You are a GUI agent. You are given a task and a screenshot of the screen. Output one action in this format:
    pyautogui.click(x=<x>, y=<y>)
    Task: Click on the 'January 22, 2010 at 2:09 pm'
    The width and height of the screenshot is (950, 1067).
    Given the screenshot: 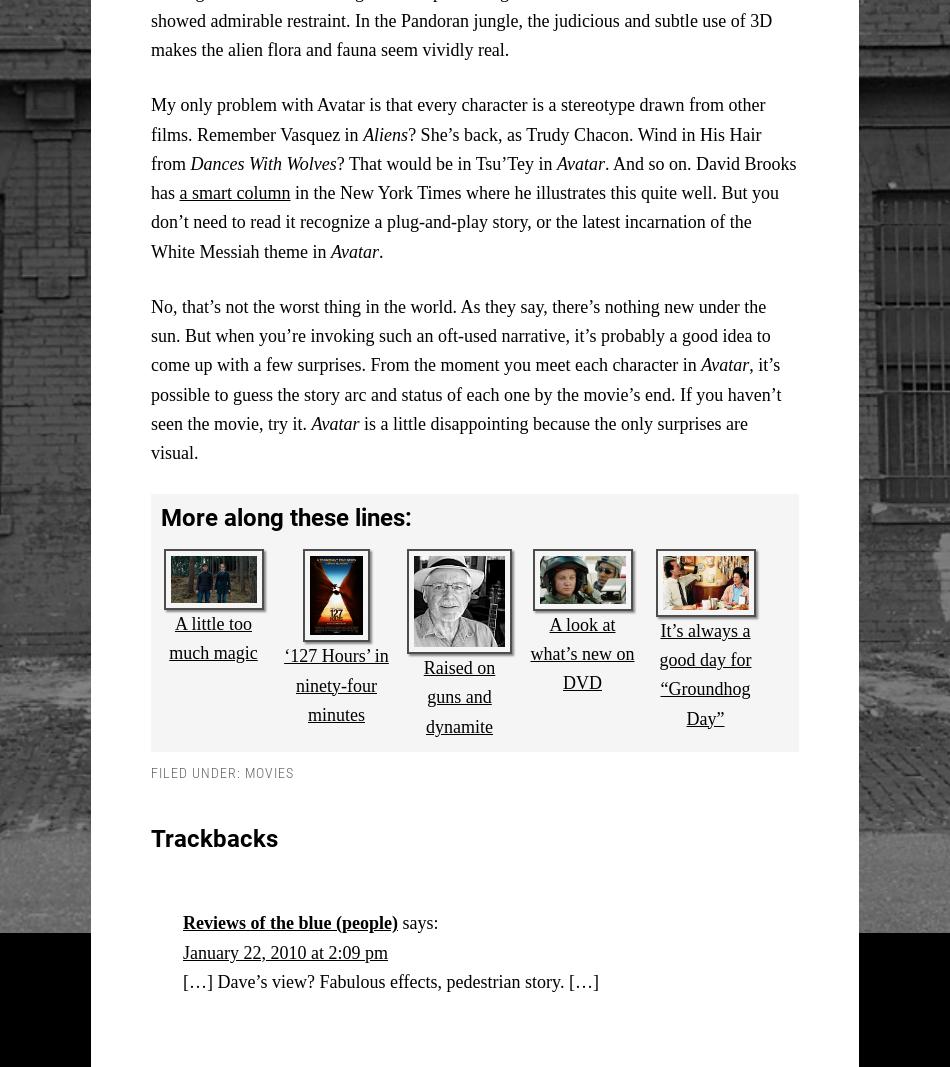 What is the action you would take?
    pyautogui.click(x=284, y=951)
    